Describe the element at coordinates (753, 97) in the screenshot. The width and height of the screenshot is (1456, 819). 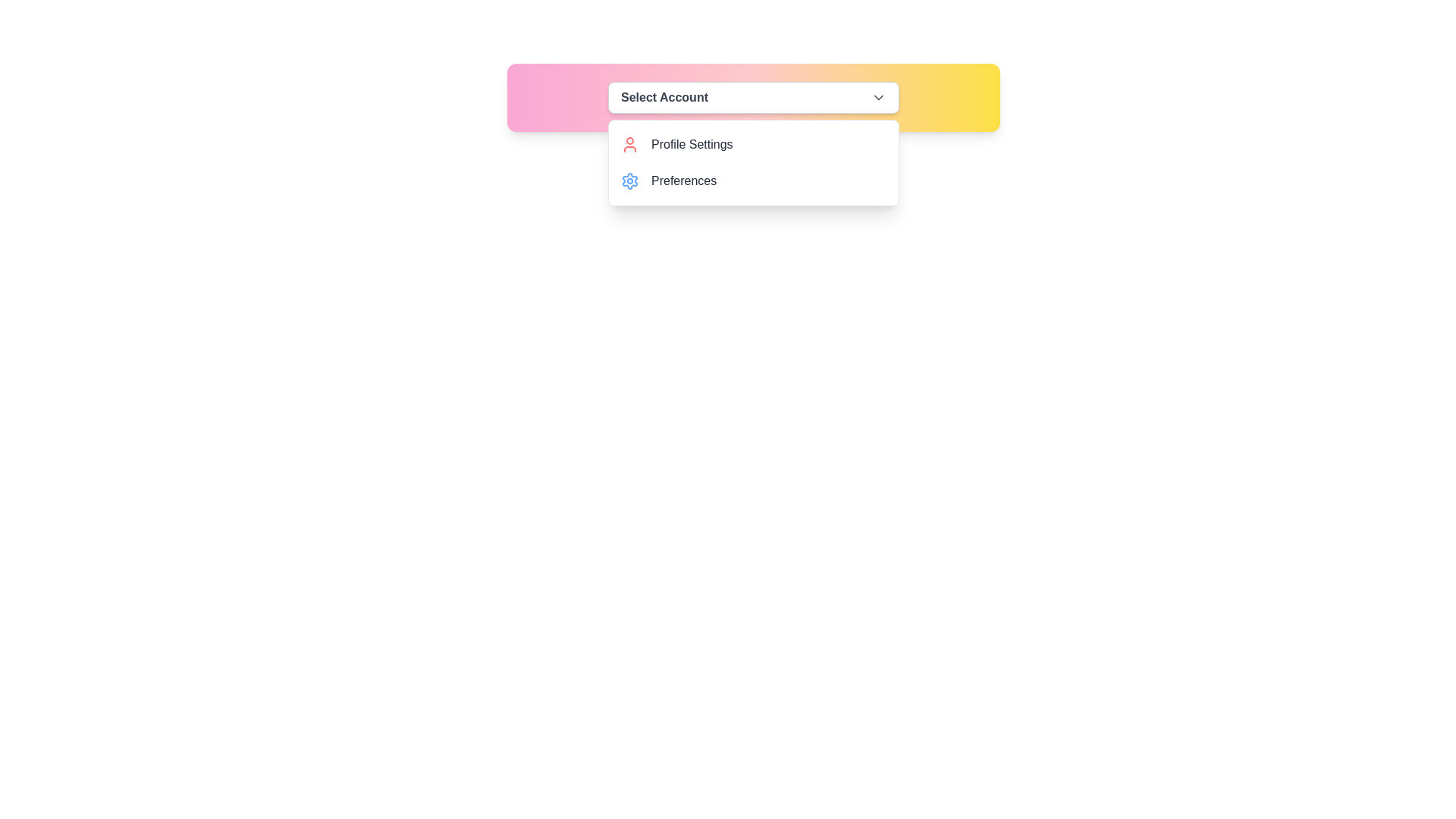
I see `the Dropdown trigger element labeled 'Select Account'` at that location.